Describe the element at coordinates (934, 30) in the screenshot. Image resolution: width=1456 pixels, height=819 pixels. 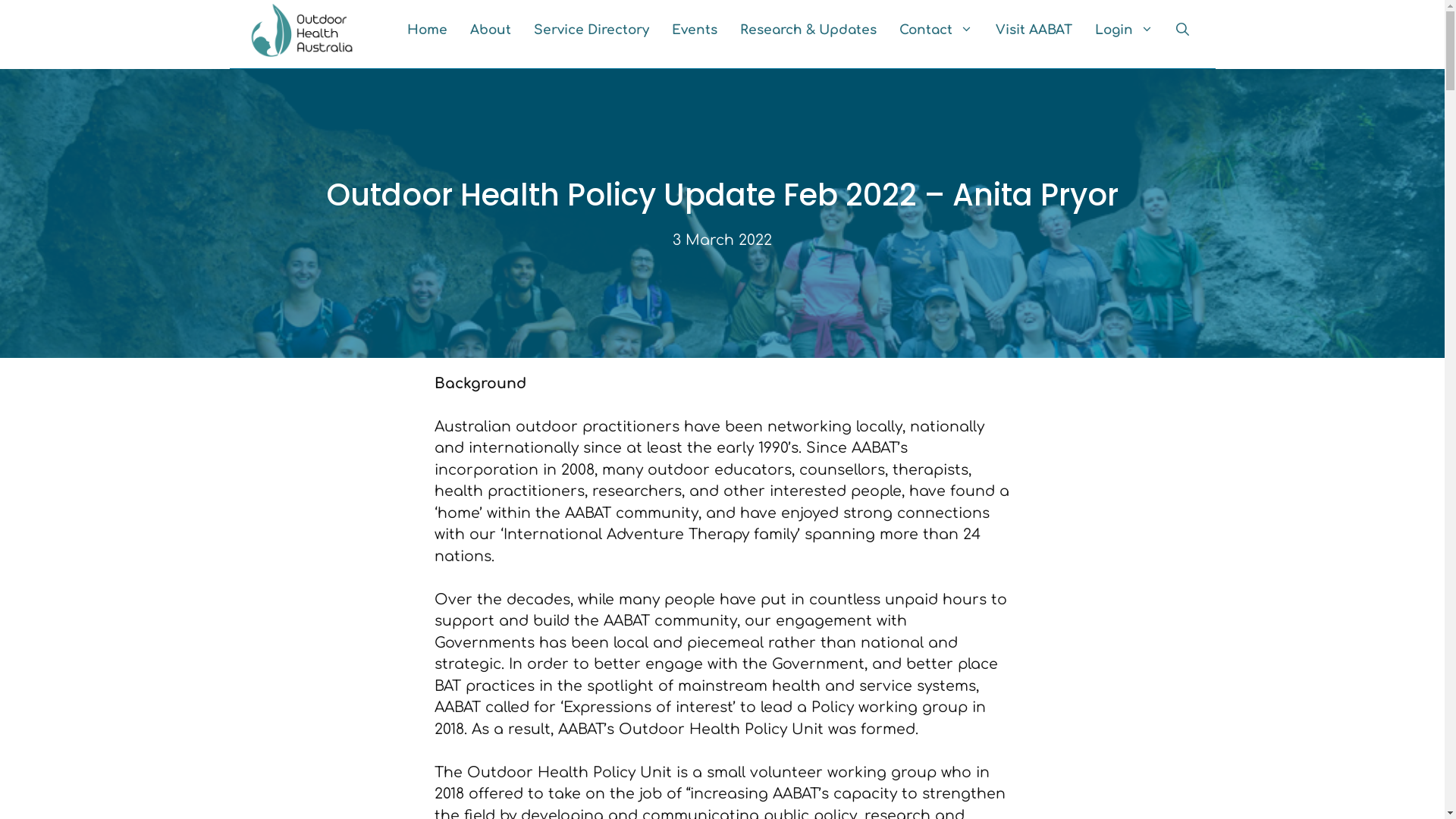
I see `'Contact'` at that location.